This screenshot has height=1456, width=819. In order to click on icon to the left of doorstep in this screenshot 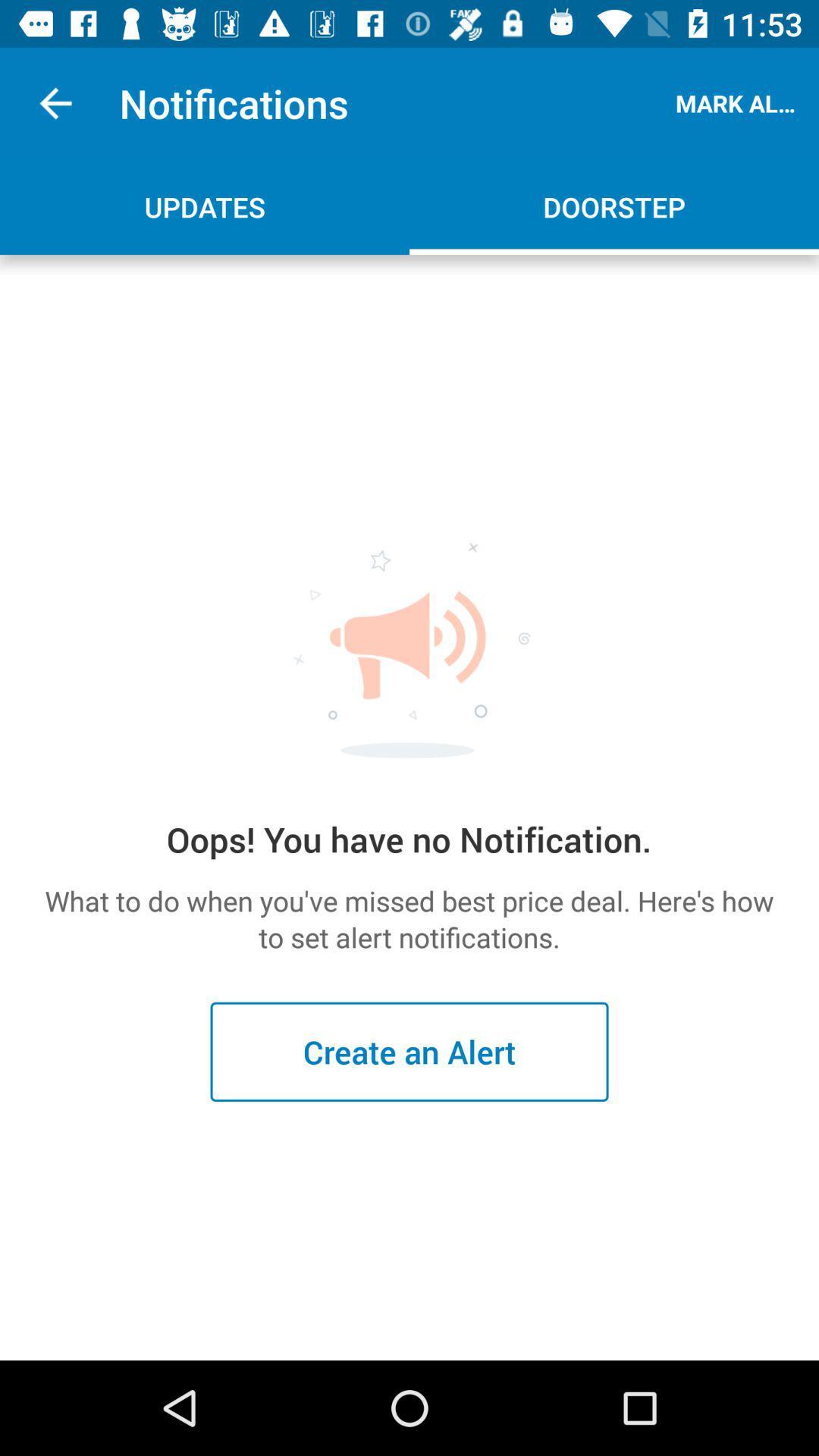, I will do `click(205, 206)`.